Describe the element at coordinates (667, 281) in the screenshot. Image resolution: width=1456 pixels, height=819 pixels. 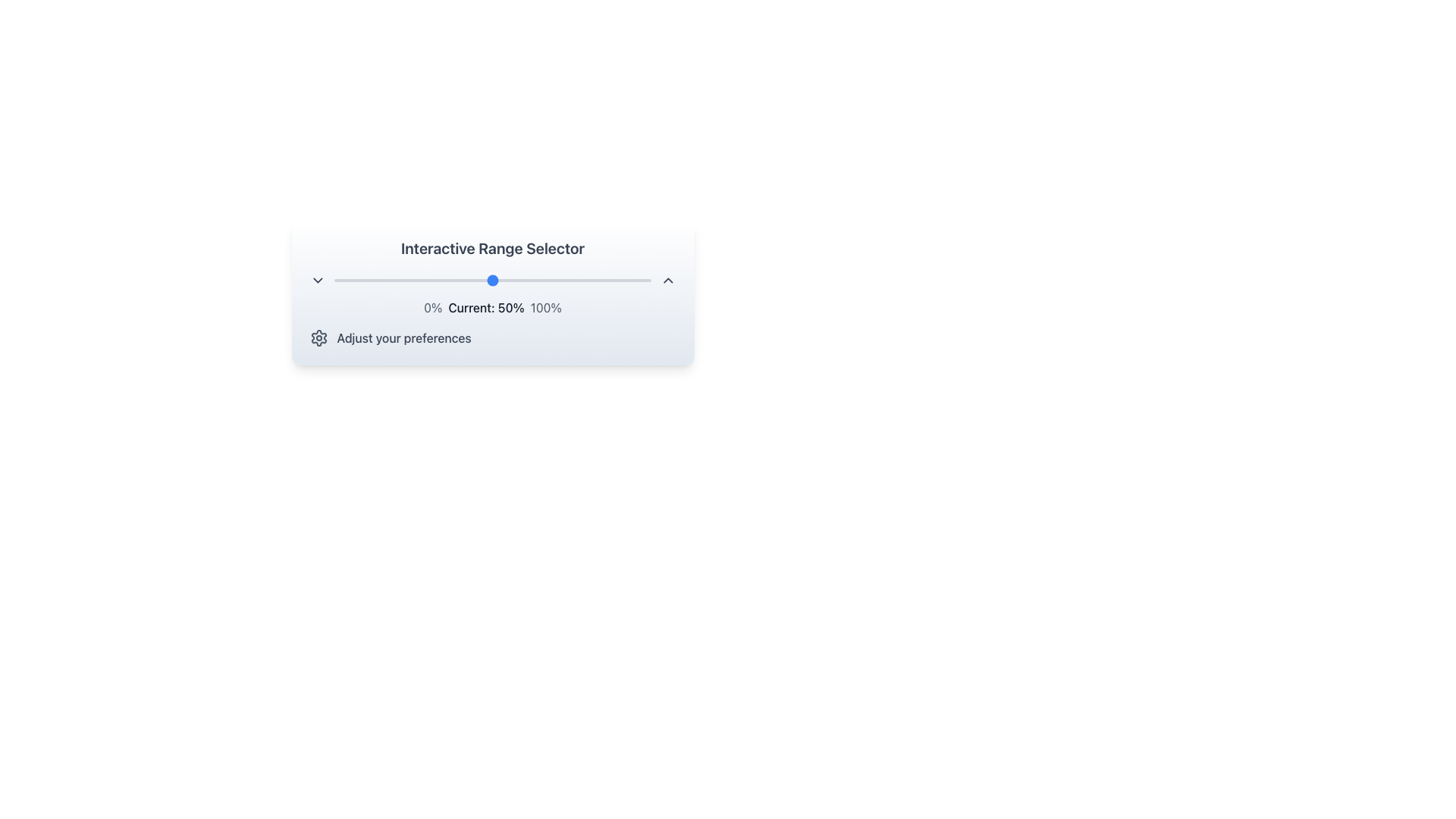
I see `the upward-facing chevron icon for increment adjustment to increase the associated range value` at that location.